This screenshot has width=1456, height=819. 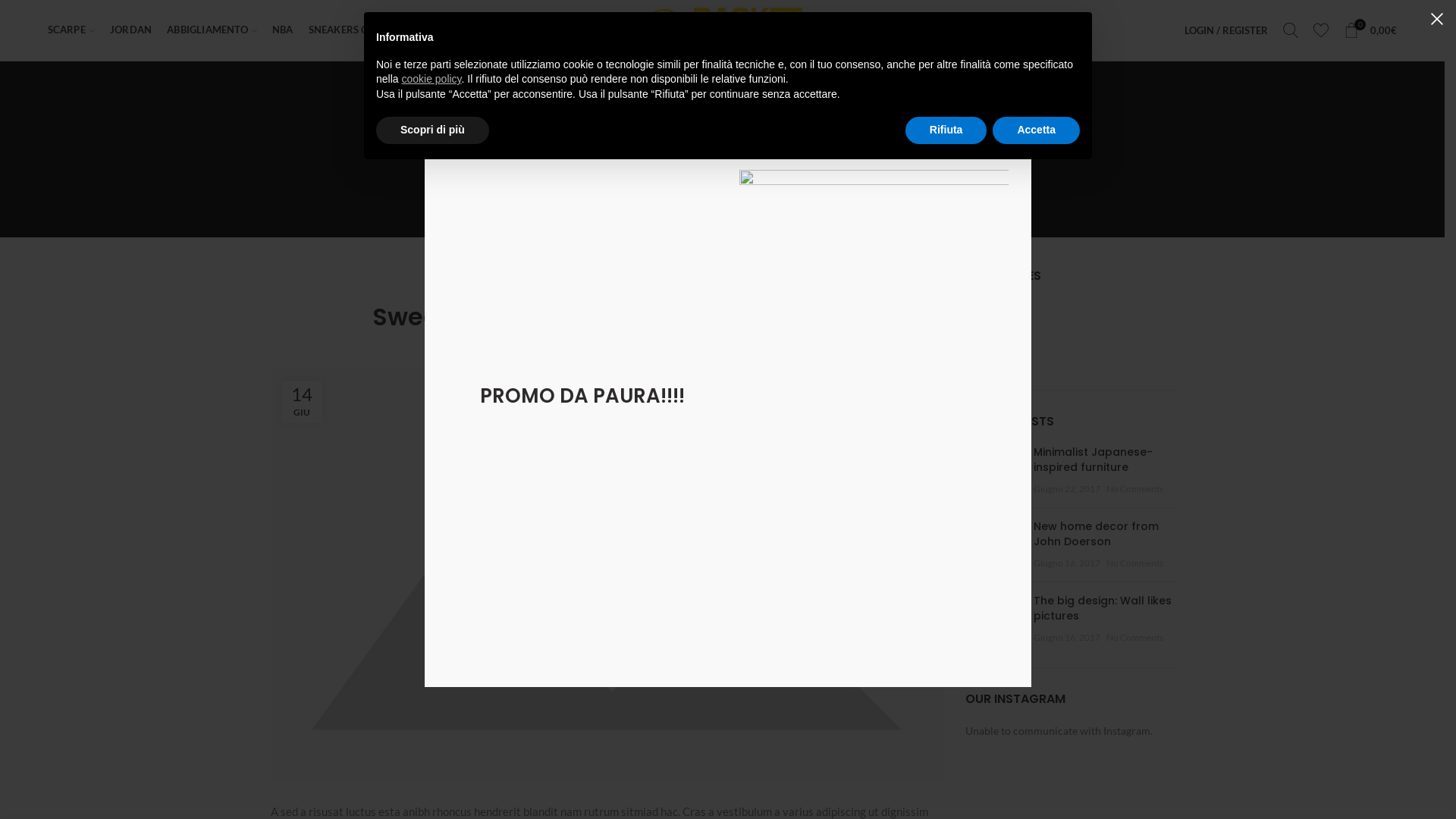 I want to click on 'SNEAKERS CUSTOM', so click(x=355, y=30).